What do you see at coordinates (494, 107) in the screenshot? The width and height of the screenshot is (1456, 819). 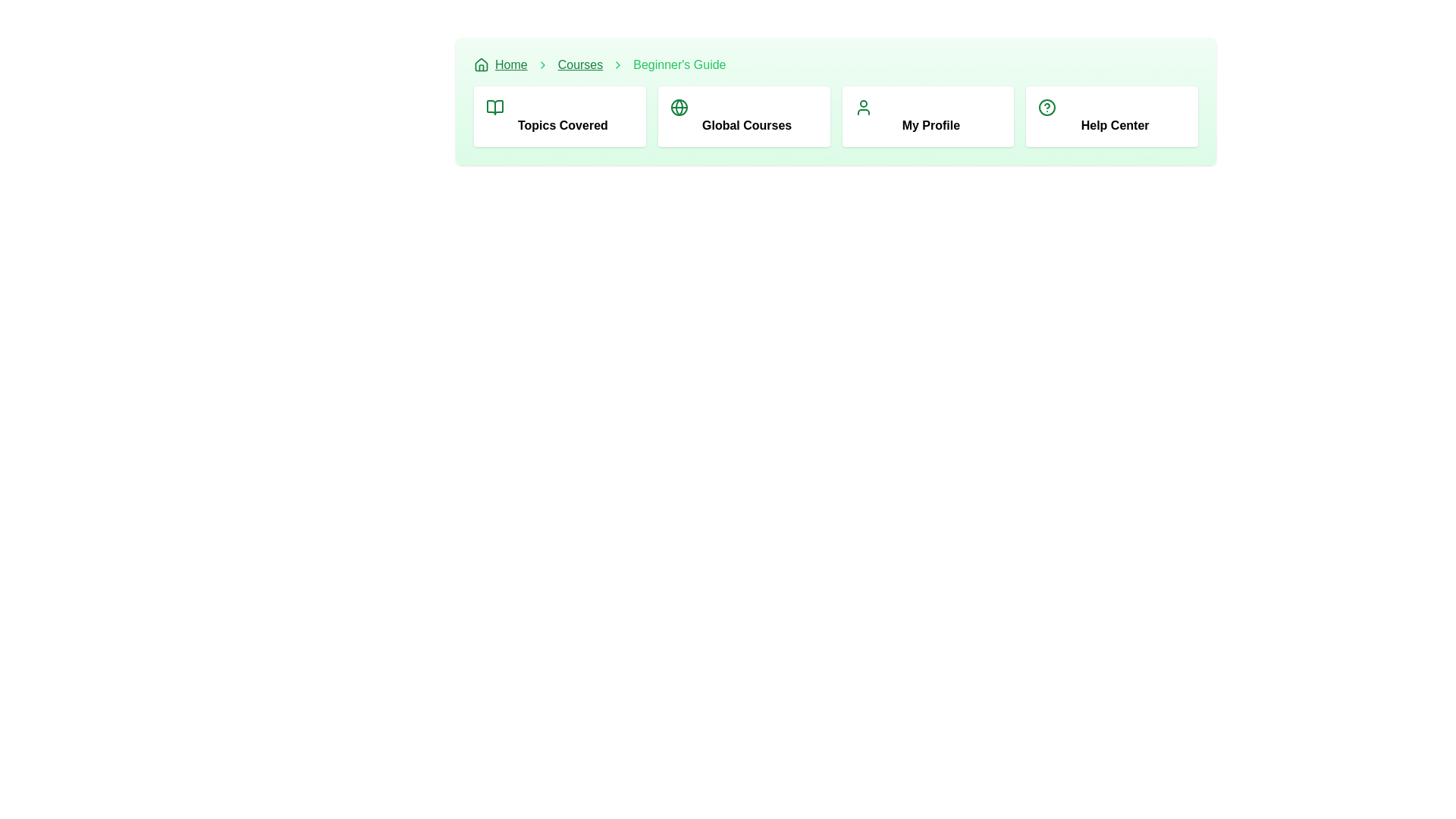 I see `the green book icon located in the 'Topics Covered' card, which has a rounded appearance and is positioned on a white background` at bounding box center [494, 107].